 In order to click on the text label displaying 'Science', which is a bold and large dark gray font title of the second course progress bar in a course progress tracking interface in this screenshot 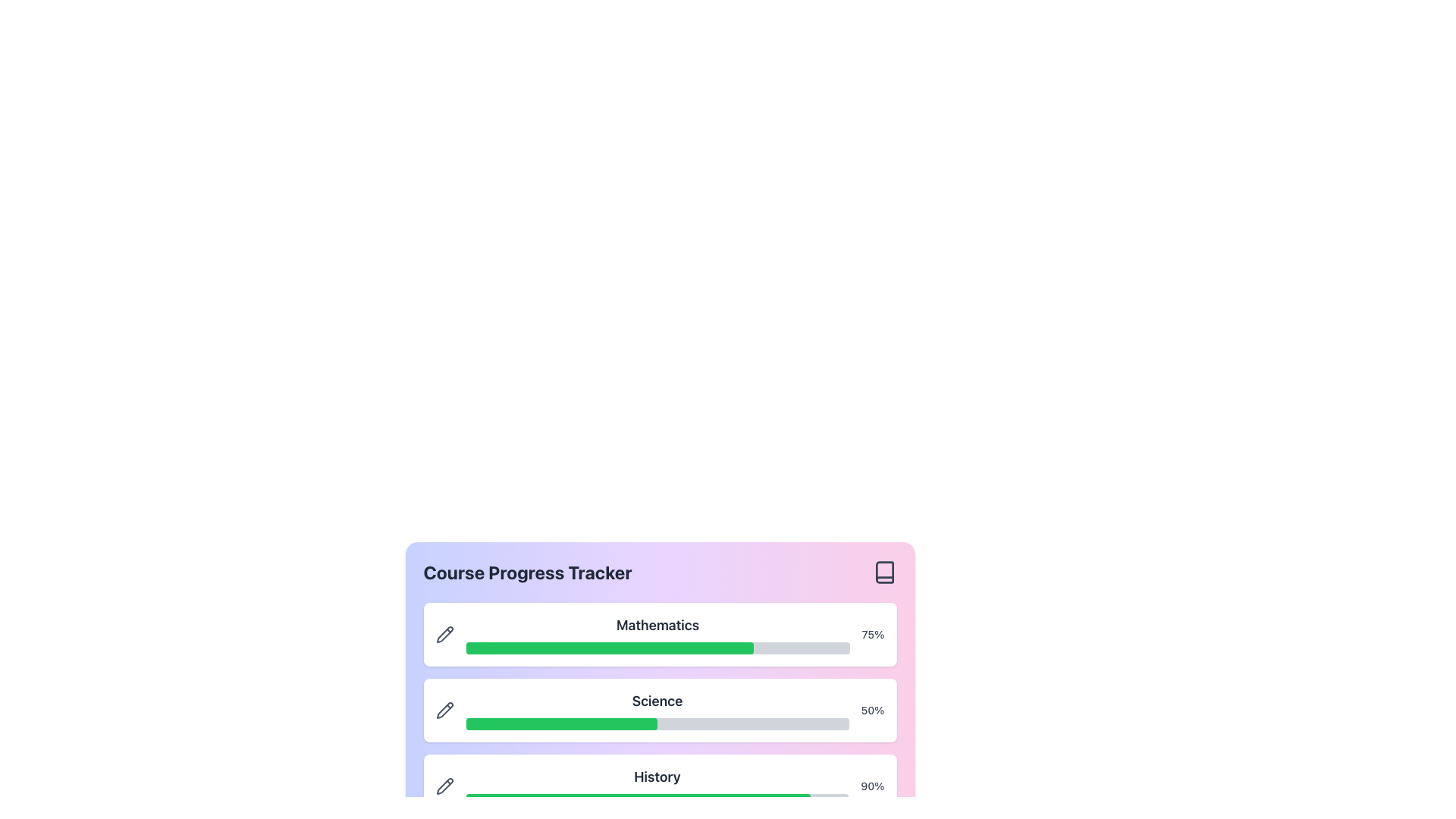, I will do `click(657, 701)`.